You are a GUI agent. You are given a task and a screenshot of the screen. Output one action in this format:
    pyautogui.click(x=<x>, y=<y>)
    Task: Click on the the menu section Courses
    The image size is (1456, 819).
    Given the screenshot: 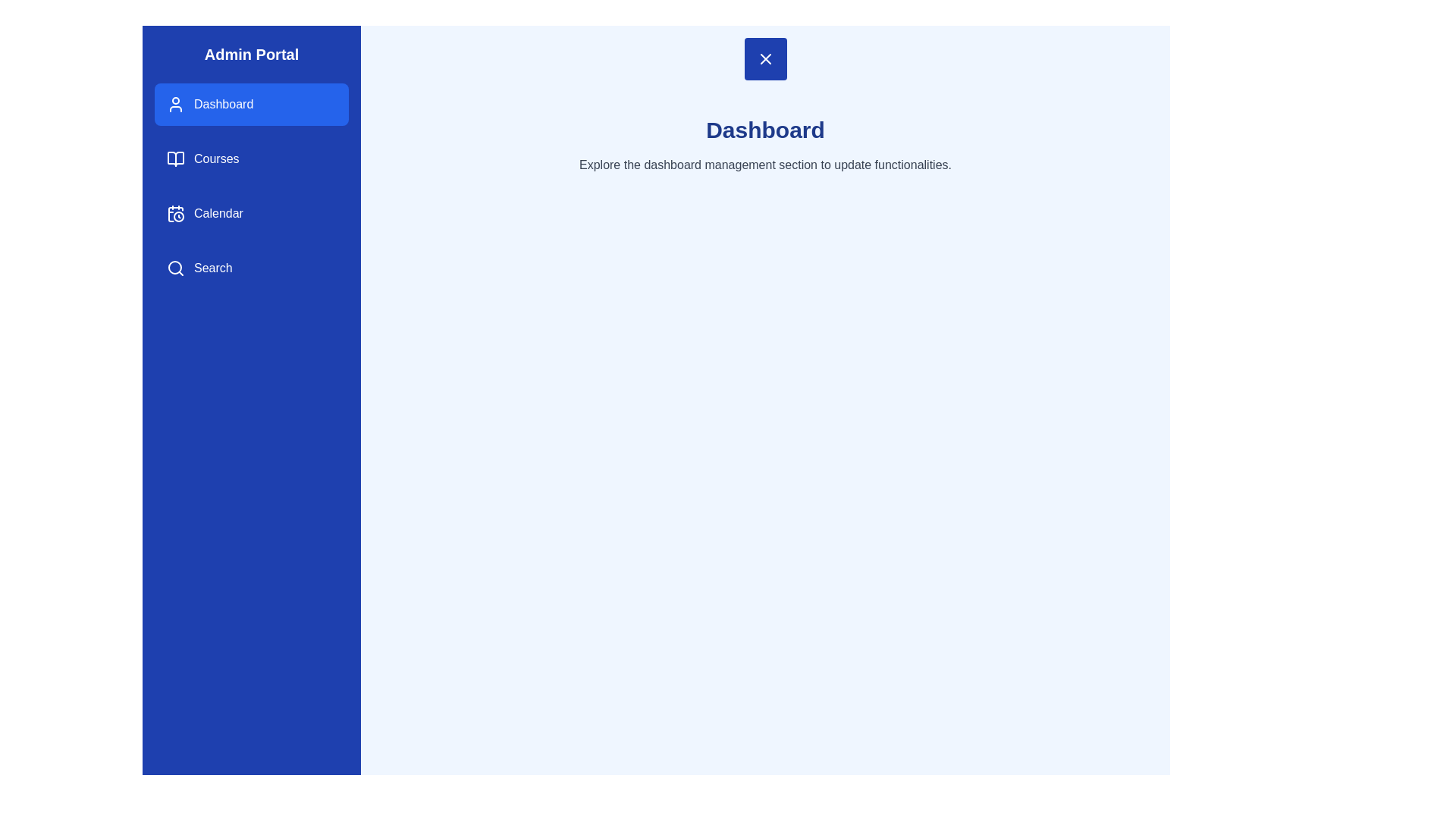 What is the action you would take?
    pyautogui.click(x=251, y=158)
    